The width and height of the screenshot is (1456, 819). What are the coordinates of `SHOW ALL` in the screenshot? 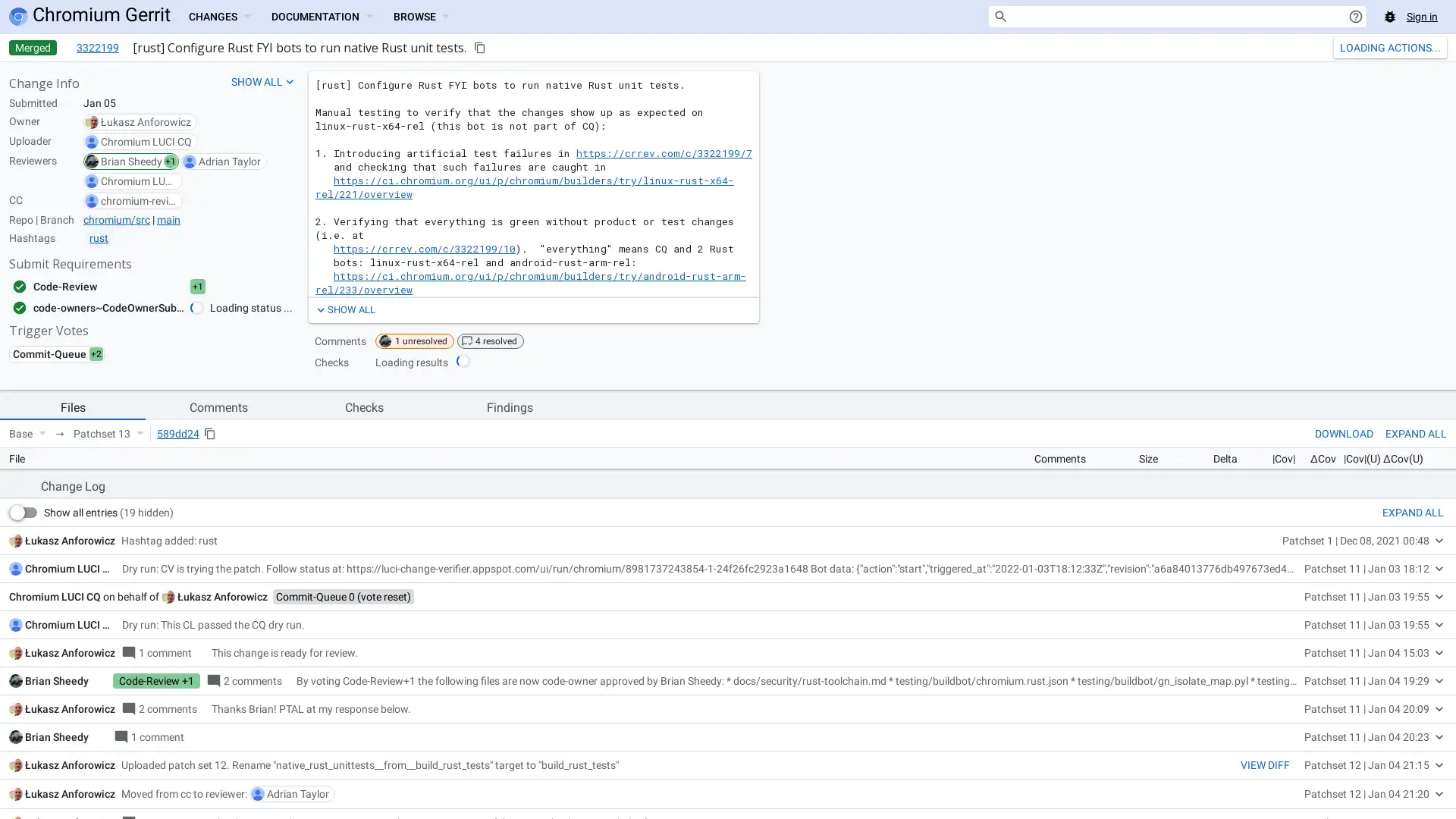 It's located at (344, 309).